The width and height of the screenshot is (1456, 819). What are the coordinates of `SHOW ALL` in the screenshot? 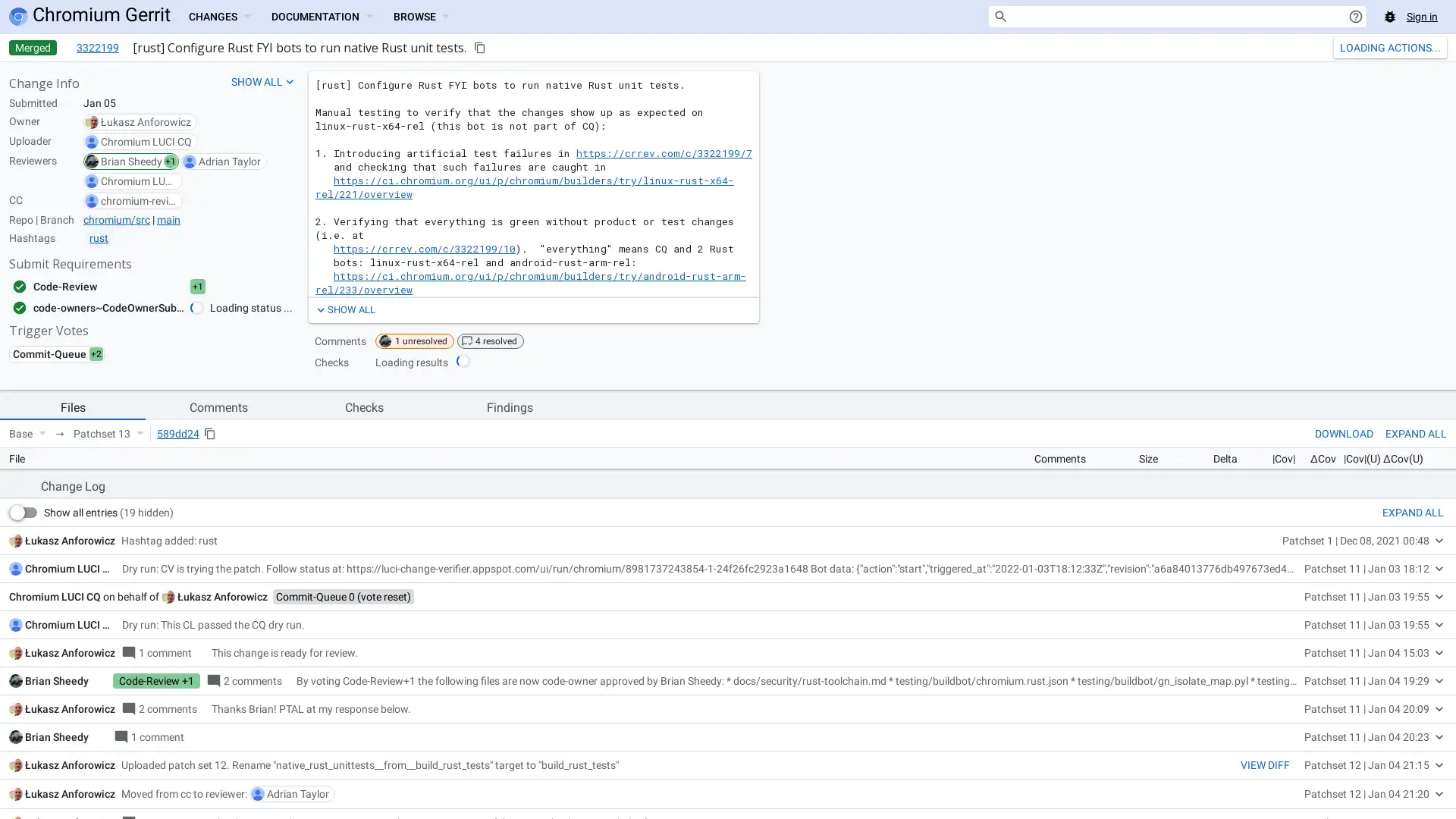 It's located at (344, 309).